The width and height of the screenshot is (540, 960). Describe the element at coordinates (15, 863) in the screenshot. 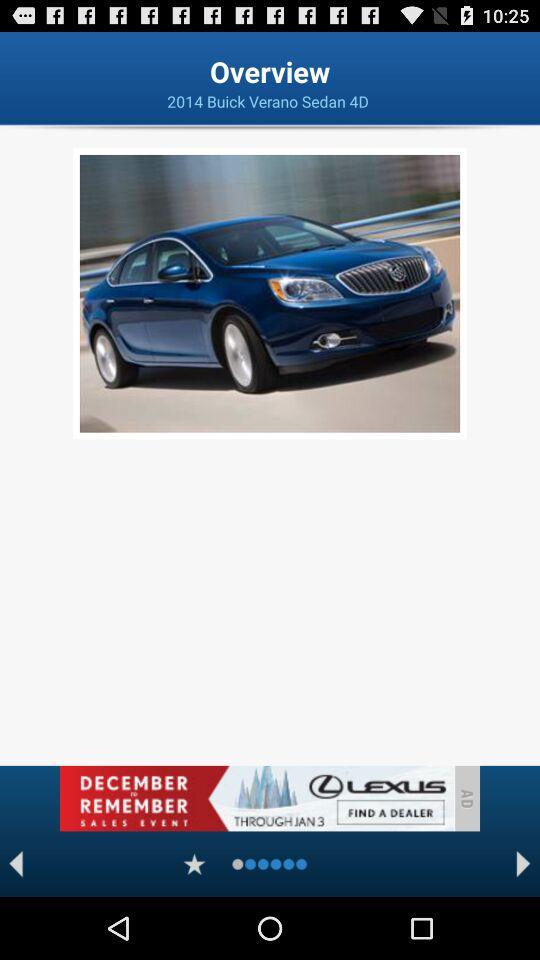

I see `backword option` at that location.